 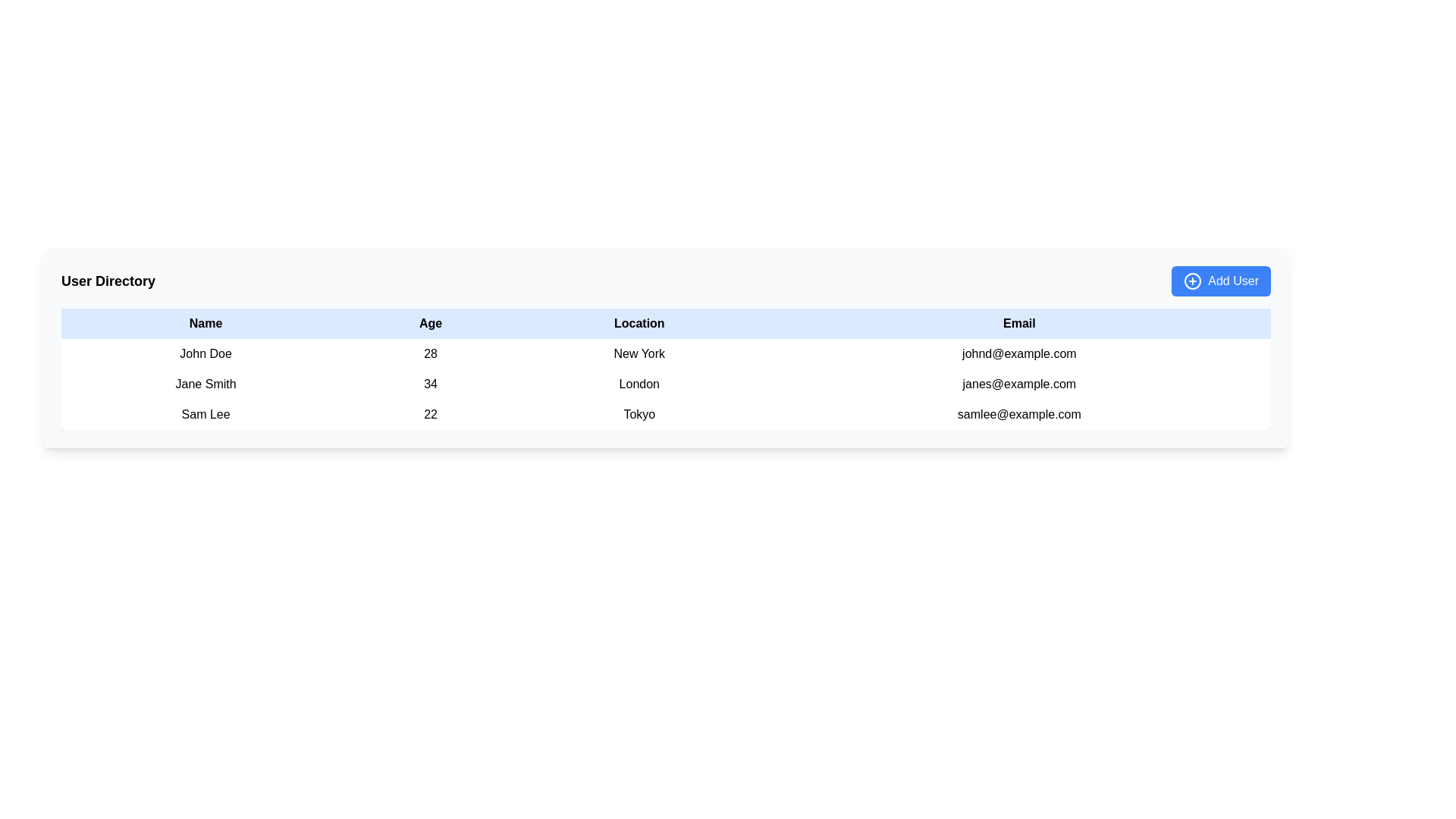 I want to click on the static text displaying the email address 'johnd@example.com' associated with user 'John Doe.', so click(x=1019, y=353).